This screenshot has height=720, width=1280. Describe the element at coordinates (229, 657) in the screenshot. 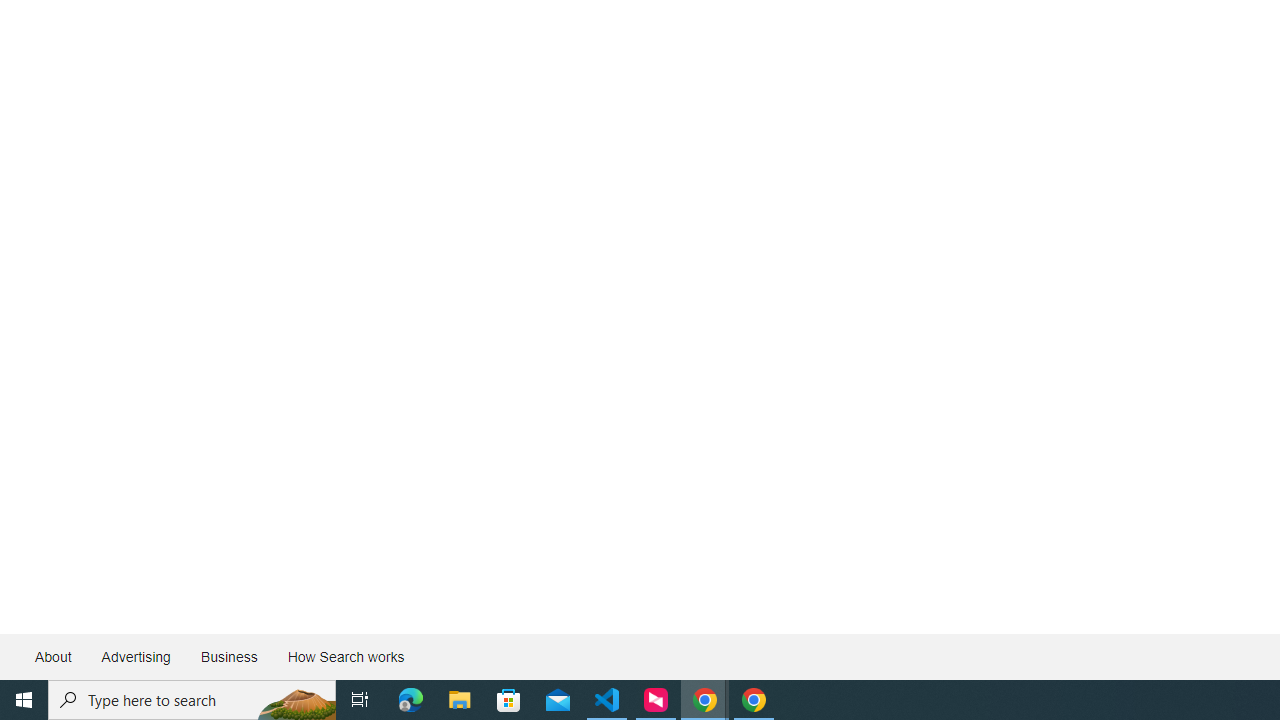

I see `'Business'` at that location.